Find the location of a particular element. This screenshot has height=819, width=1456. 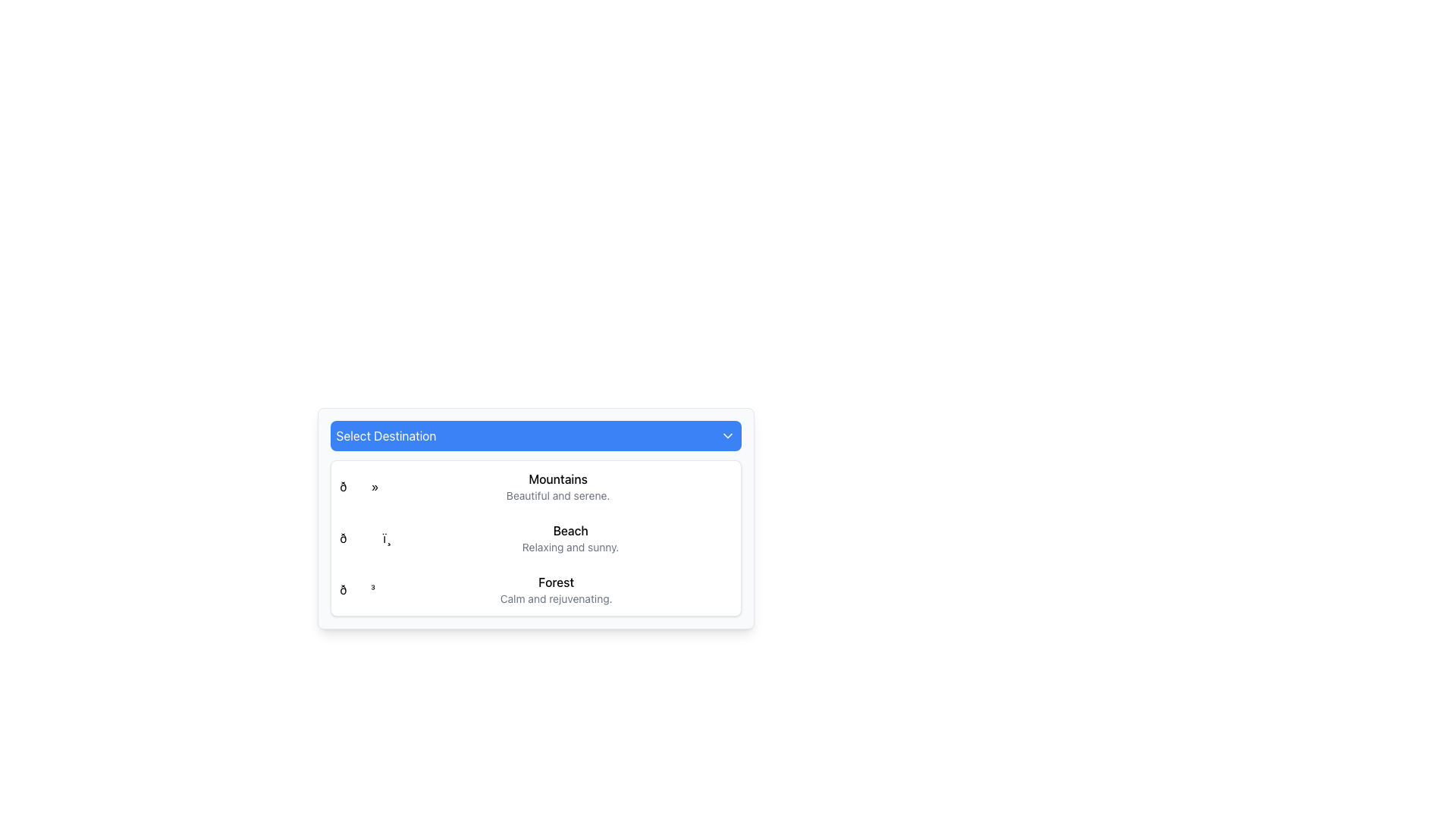

the descriptive text element located directly below the 'Mountains' title, which serves as additional information for the title is located at coordinates (557, 496).